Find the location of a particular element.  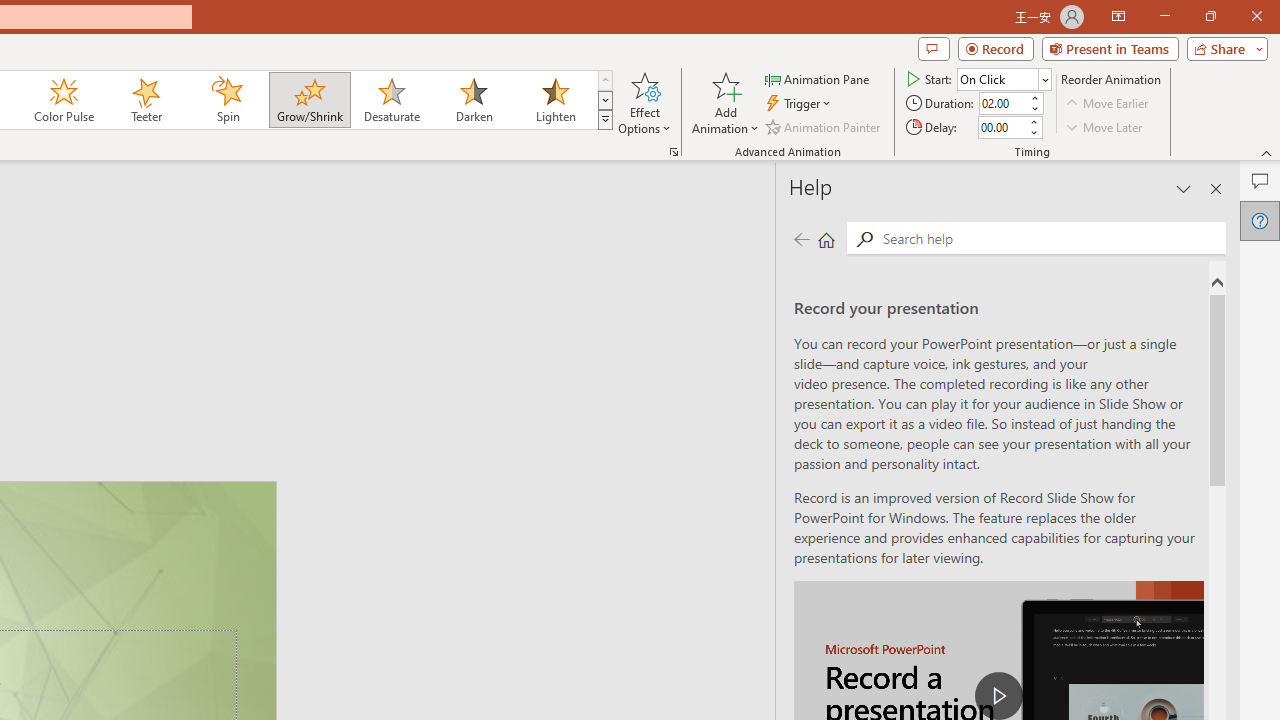

'Animation Painter' is located at coordinates (824, 127).